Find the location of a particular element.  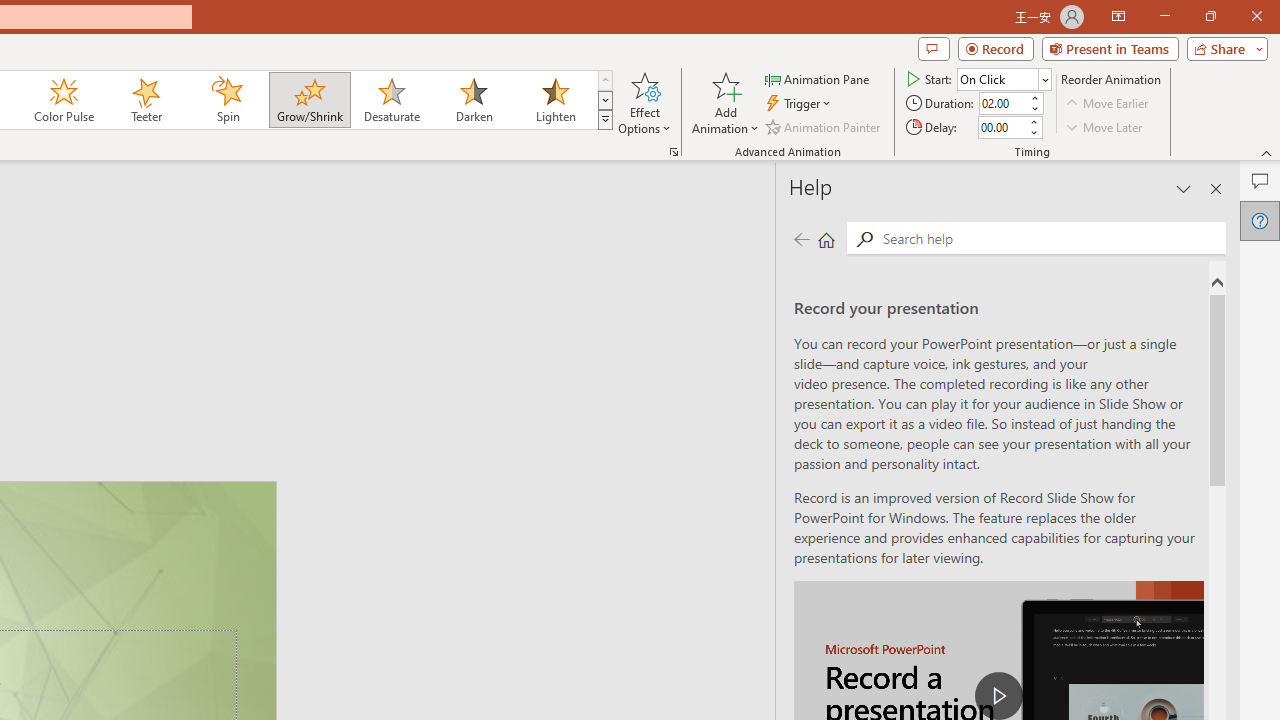

'Animation Painter' is located at coordinates (824, 127).